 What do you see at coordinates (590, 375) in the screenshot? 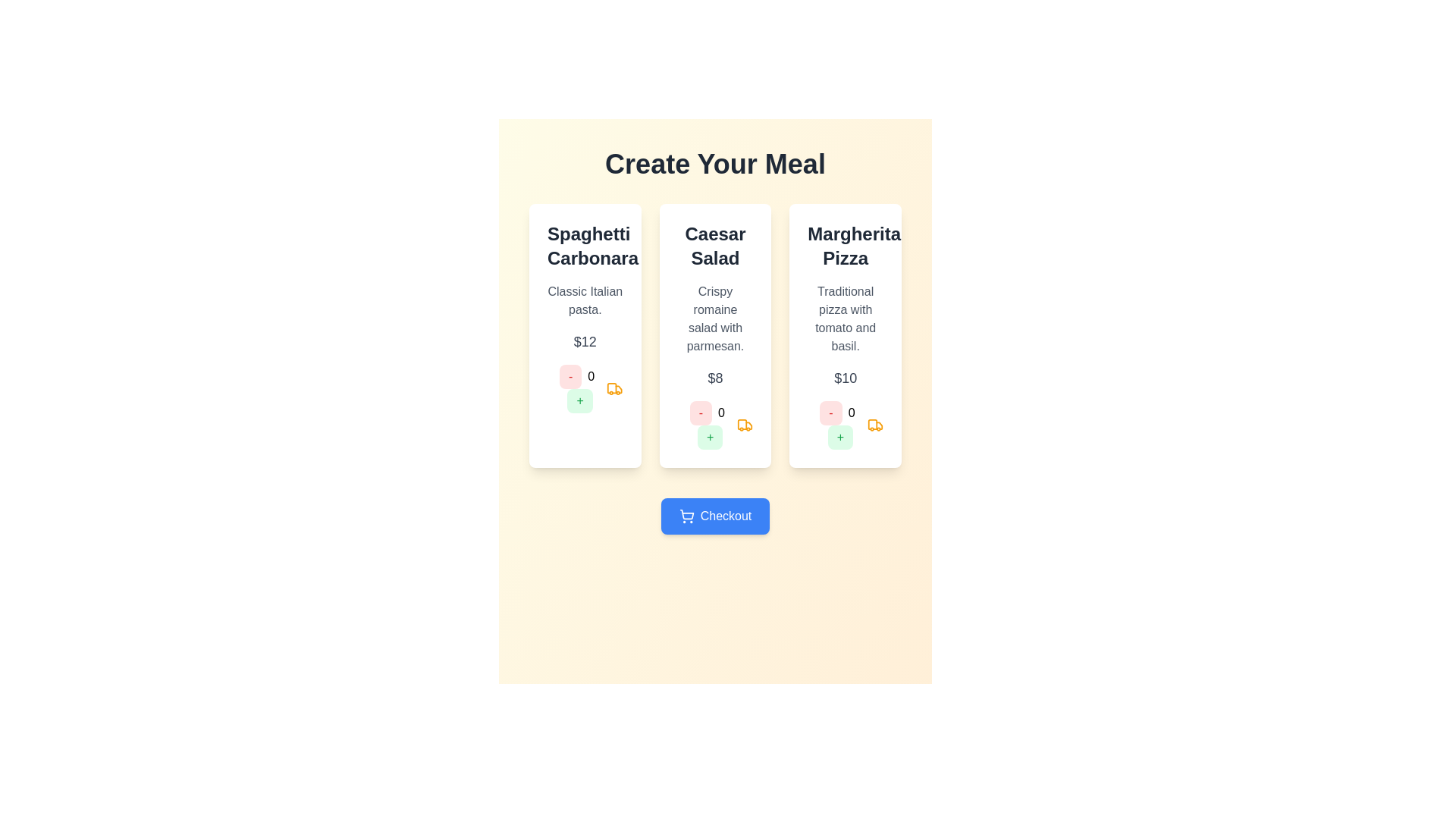
I see `numeric text label displaying '0' that is centered between the minus ('-') and plus ('+') buttons in the second card under 'Caesar Salad'` at bounding box center [590, 375].